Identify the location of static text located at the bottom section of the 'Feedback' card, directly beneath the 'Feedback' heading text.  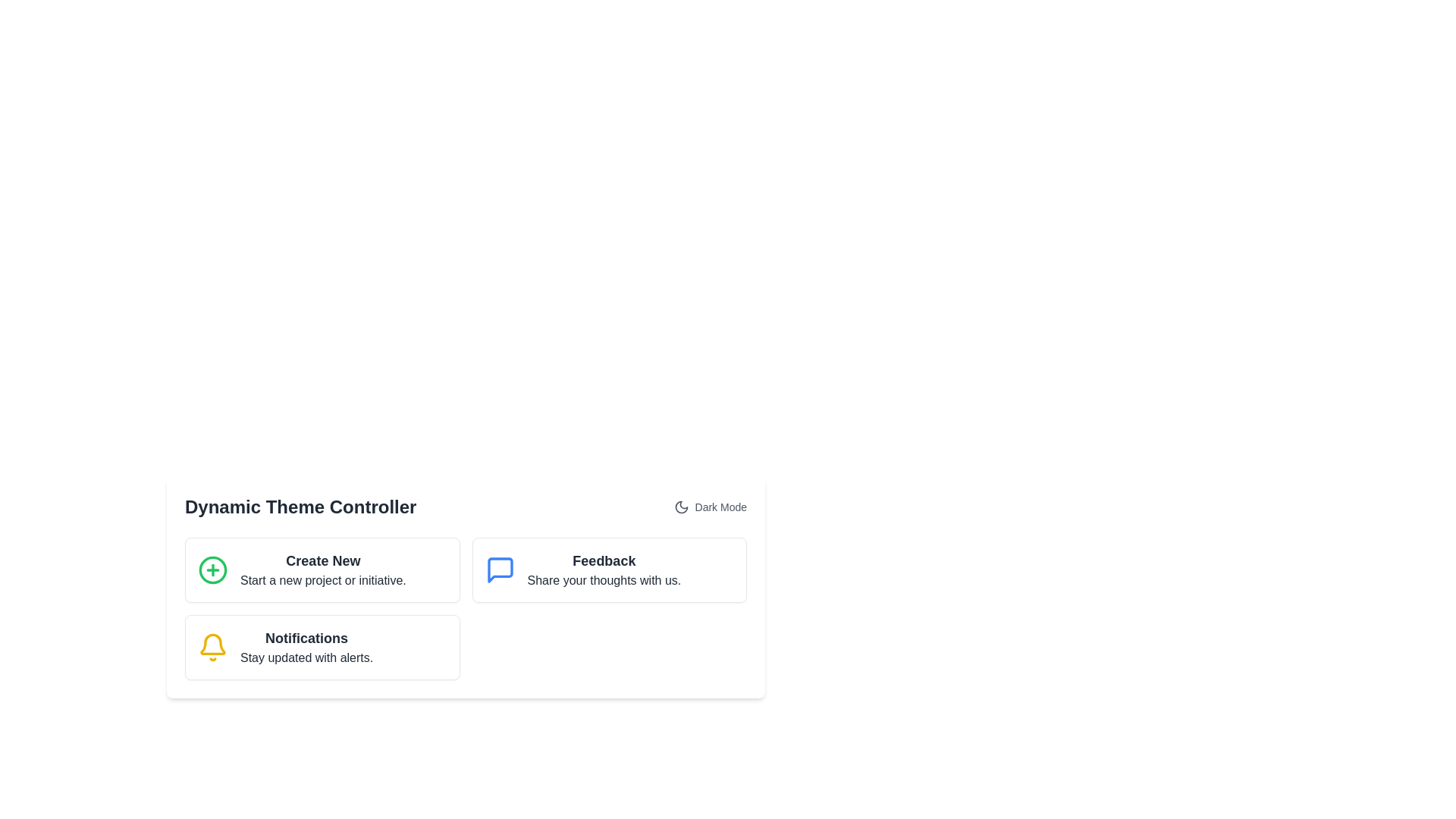
(603, 580).